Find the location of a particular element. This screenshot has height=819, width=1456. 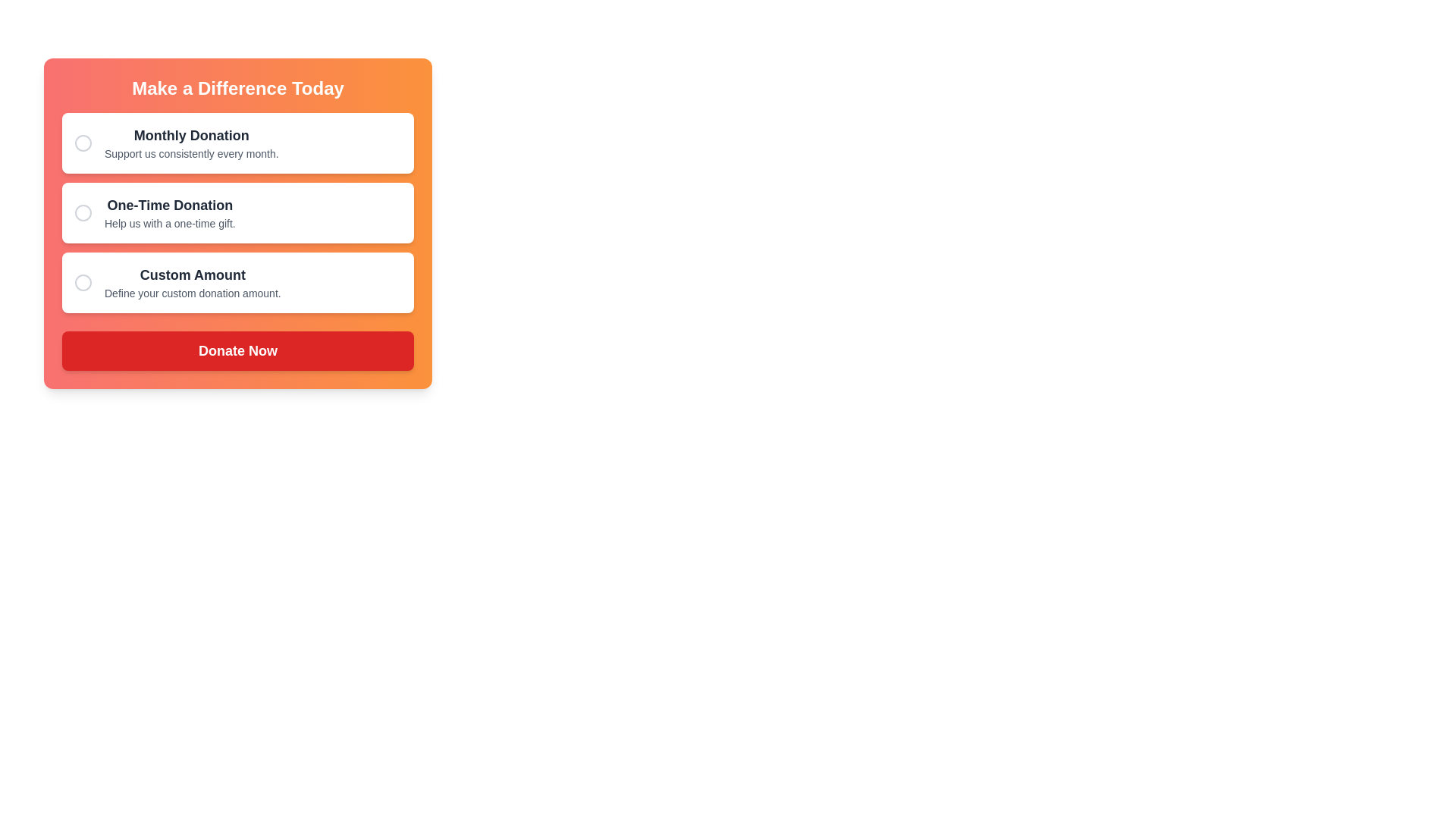

the unselected radio button for the 'Custom Amount' donation option located in the 'Make a Difference Today' card is located at coordinates (83, 283).